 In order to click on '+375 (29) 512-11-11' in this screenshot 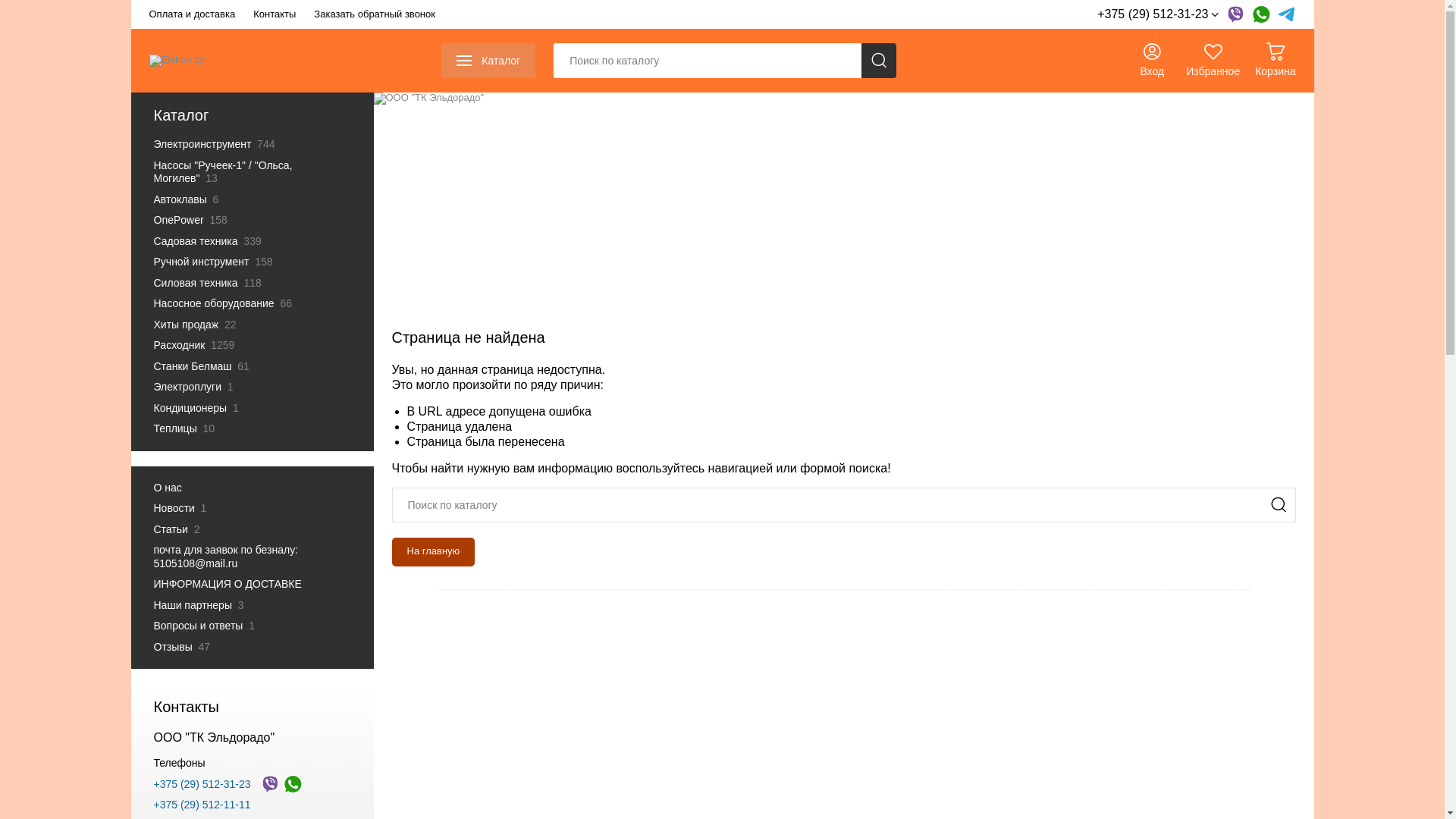, I will do `click(200, 803)`.